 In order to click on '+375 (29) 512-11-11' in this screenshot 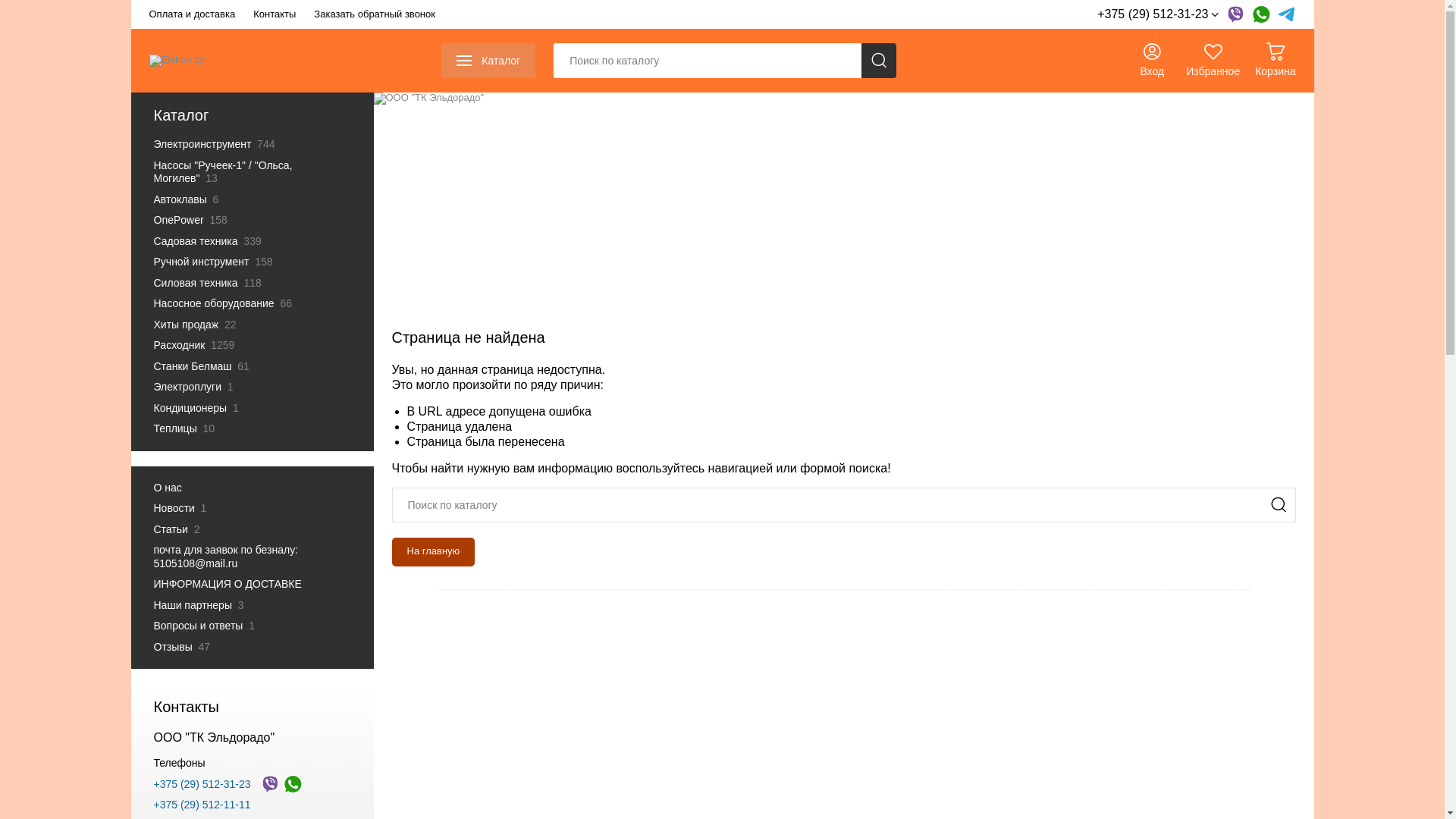, I will do `click(200, 803)`.